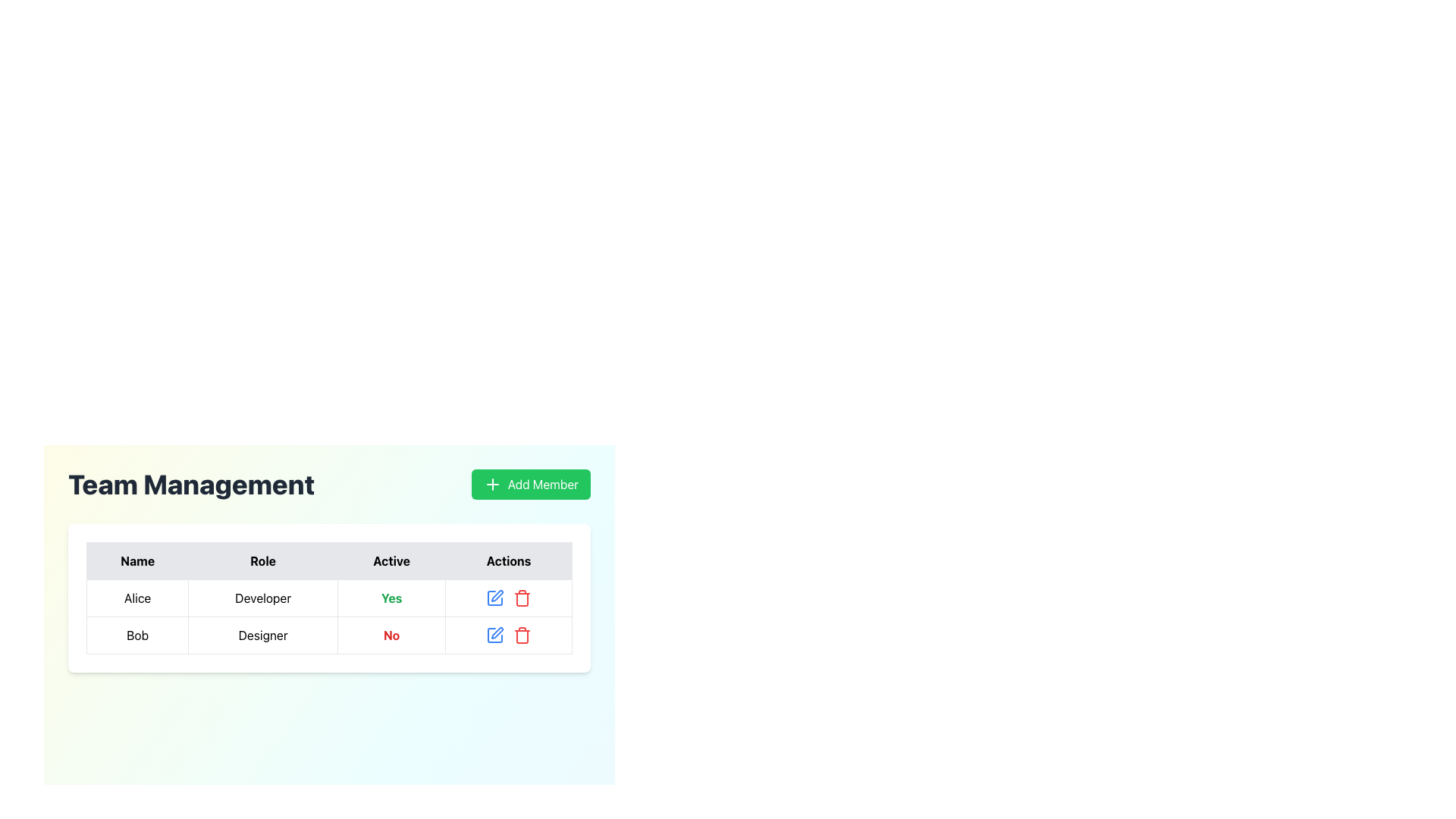 This screenshot has height=819, width=1456. I want to click on the 'Add Member' button located on the far right of the 'Team Management' section, so click(531, 485).